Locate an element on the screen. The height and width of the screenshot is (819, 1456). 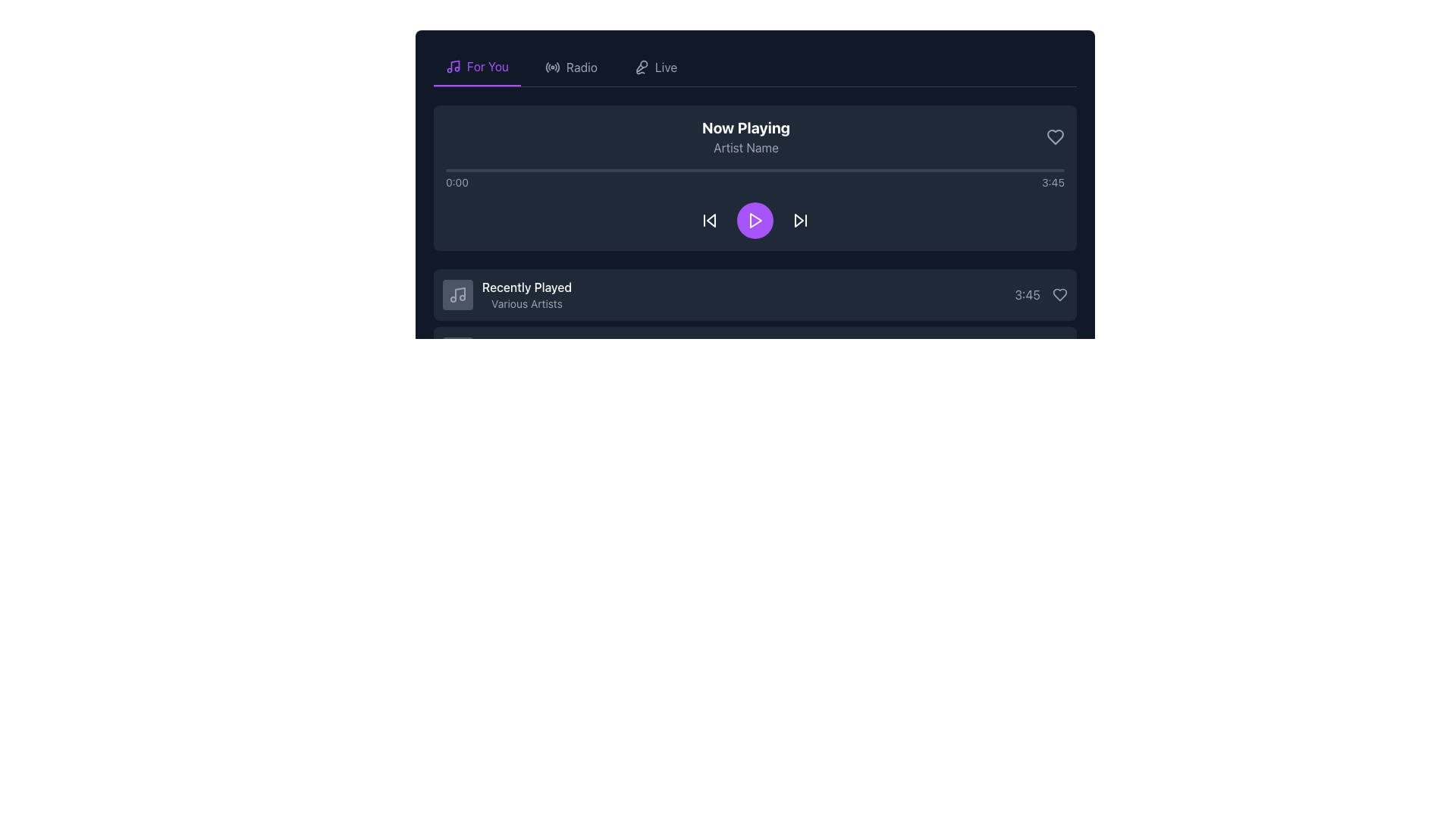
the circular button with a prominent purple background and a white triangular 'Play' icon is located at coordinates (755, 220).